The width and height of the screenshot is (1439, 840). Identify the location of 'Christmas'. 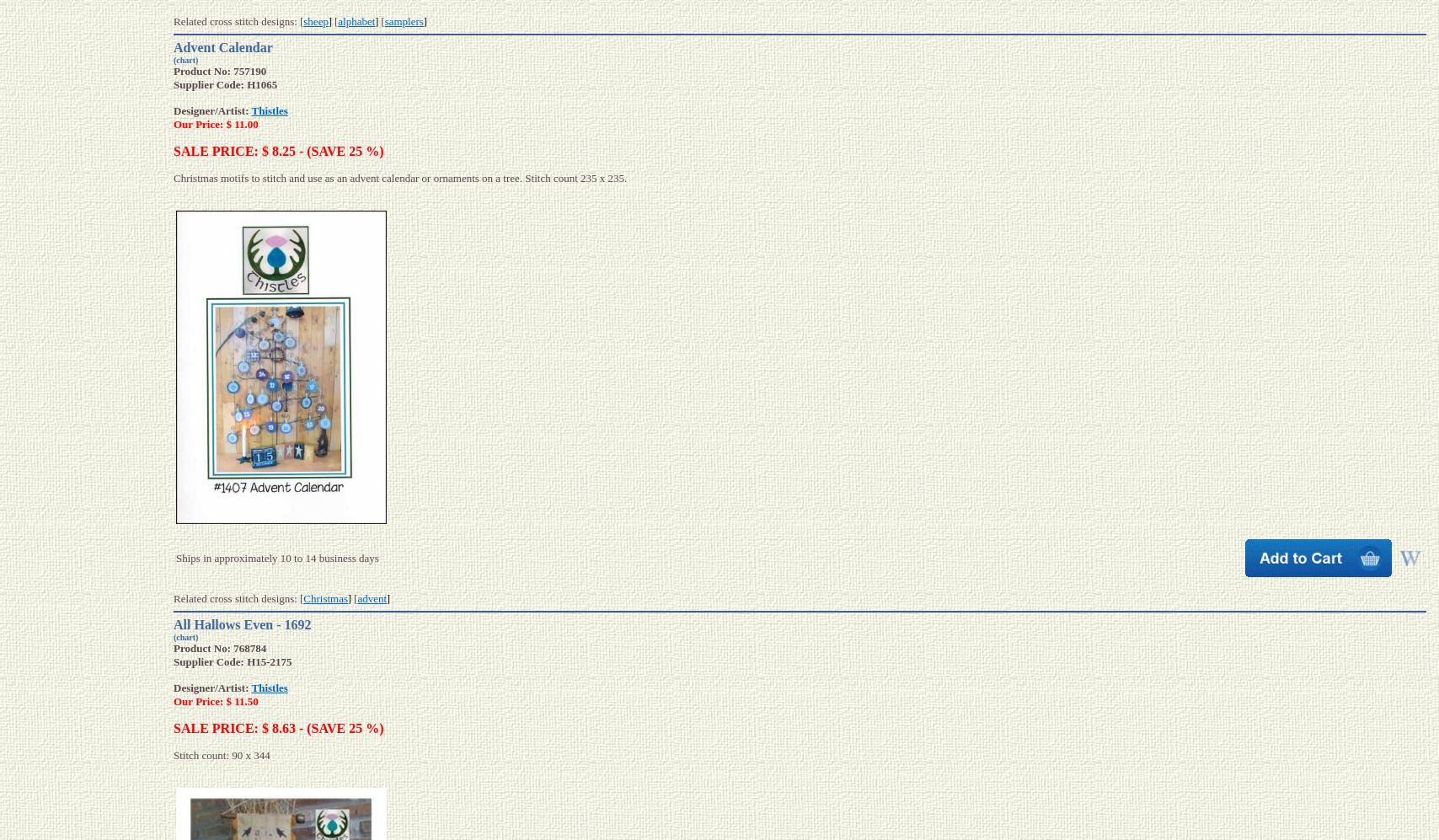
(325, 597).